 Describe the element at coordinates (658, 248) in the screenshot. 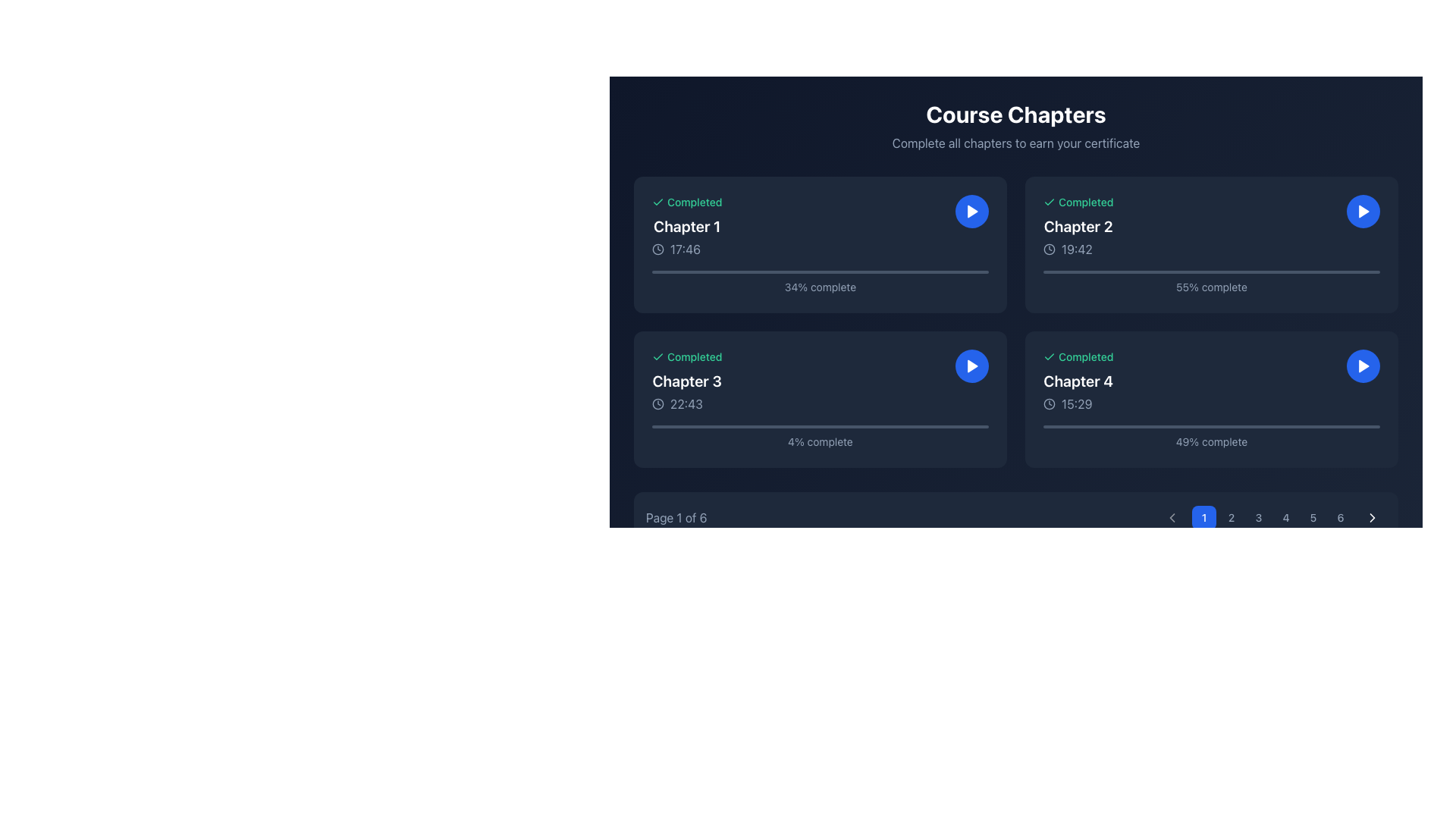

I see `the time icon located to the left of the timestamp '17:46' in the first chapter card under 'Course Chapters'` at that location.